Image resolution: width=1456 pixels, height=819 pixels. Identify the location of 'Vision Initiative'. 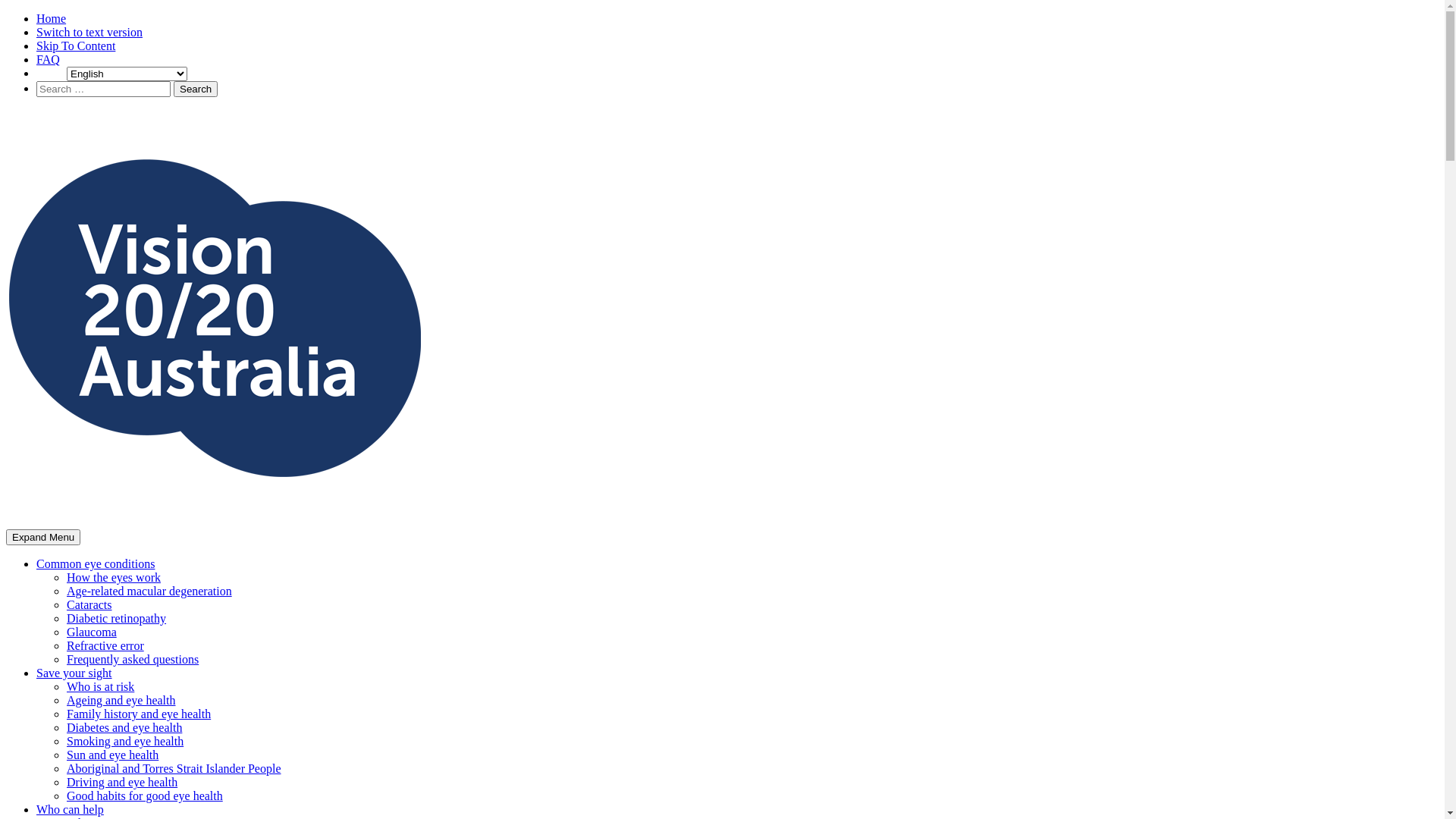
(45, 548).